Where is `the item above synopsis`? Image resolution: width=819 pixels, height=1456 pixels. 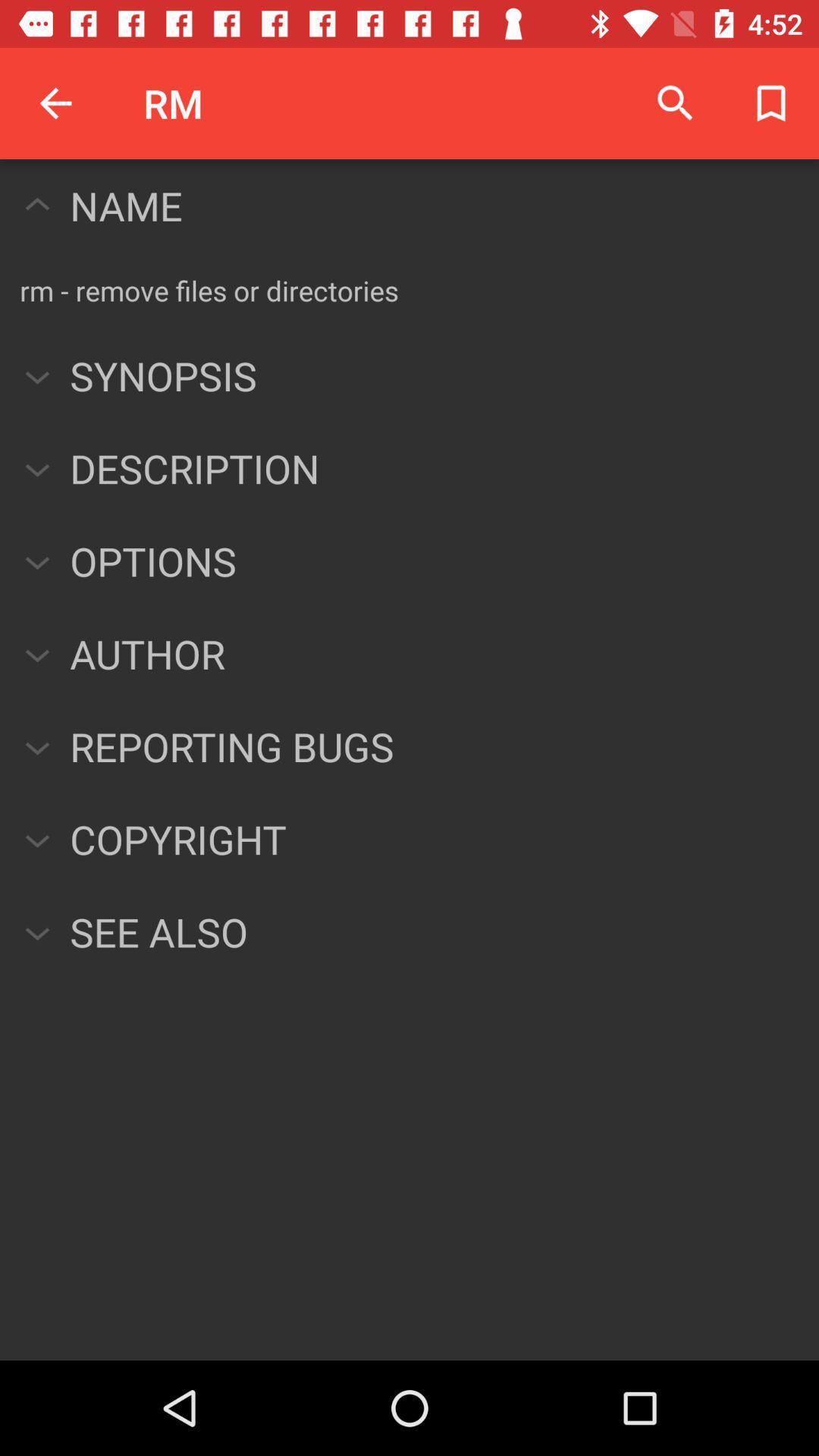
the item above synopsis is located at coordinates (209, 290).